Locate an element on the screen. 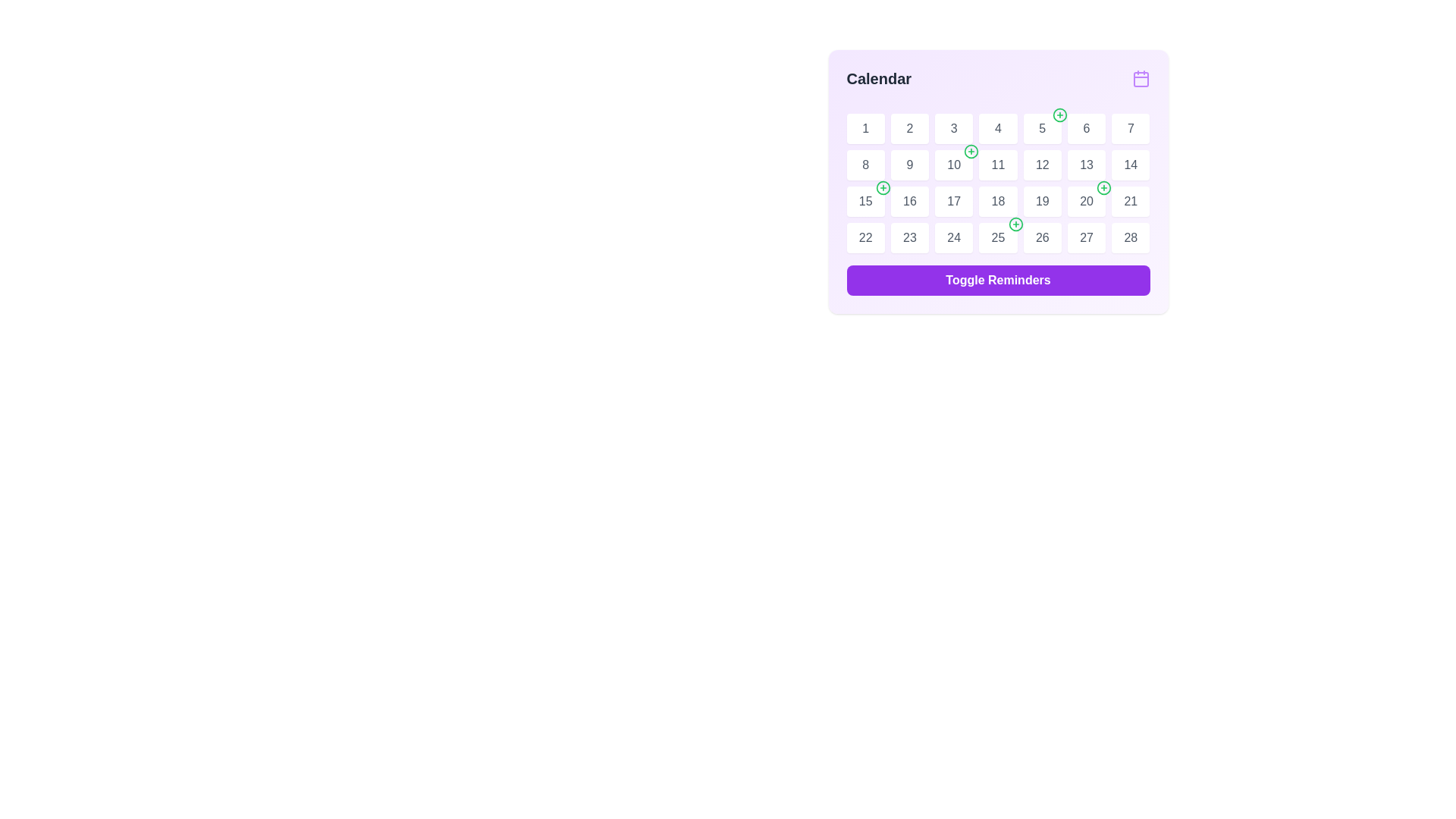 The width and height of the screenshot is (1456, 819). the calendar day element located in the fourth column of the first row under the 'Calendar' header for interaction is located at coordinates (998, 127).